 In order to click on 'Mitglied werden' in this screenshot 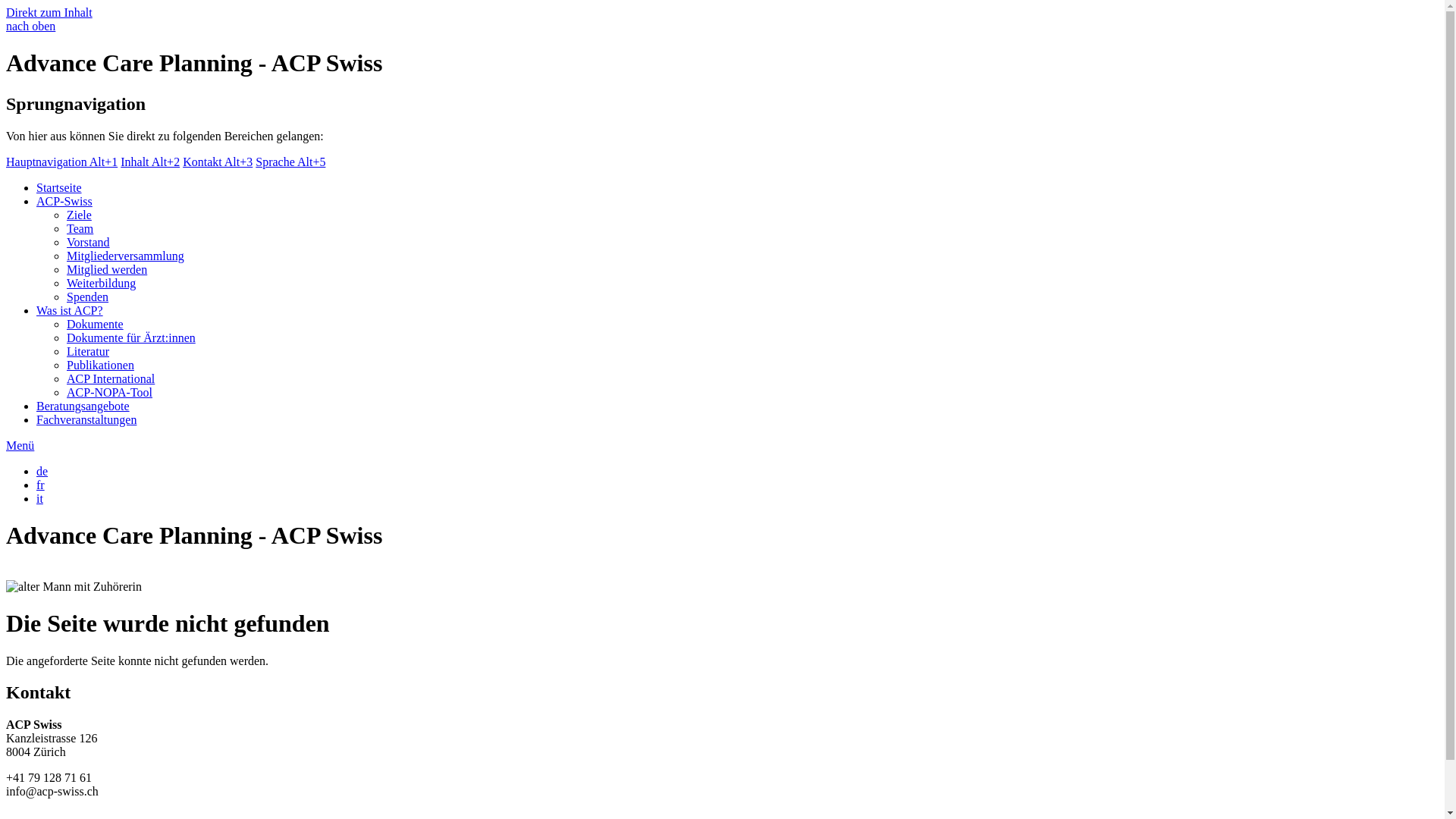, I will do `click(105, 268)`.